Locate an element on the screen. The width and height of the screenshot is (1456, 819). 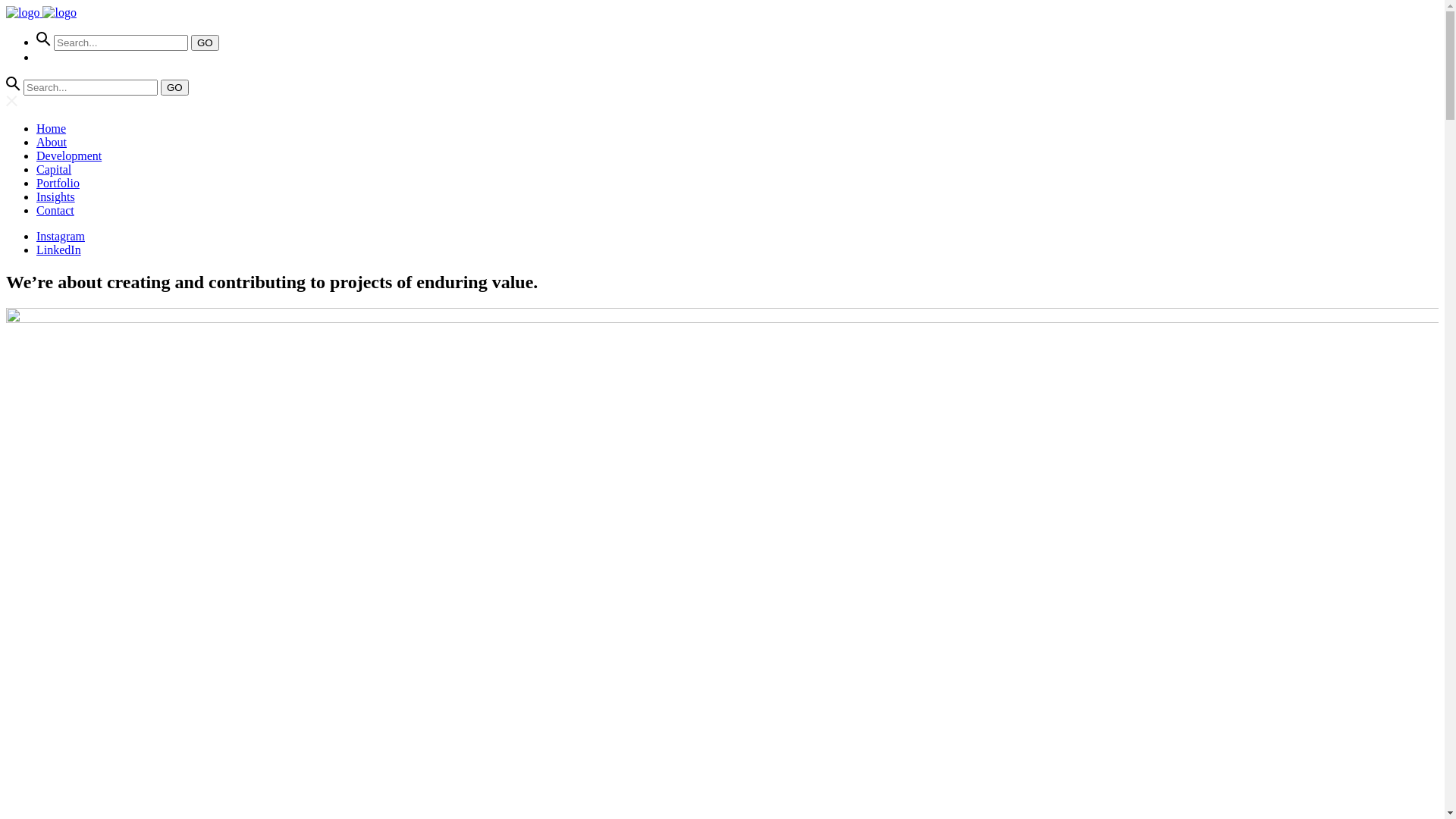
'Insights' is located at coordinates (55, 196).